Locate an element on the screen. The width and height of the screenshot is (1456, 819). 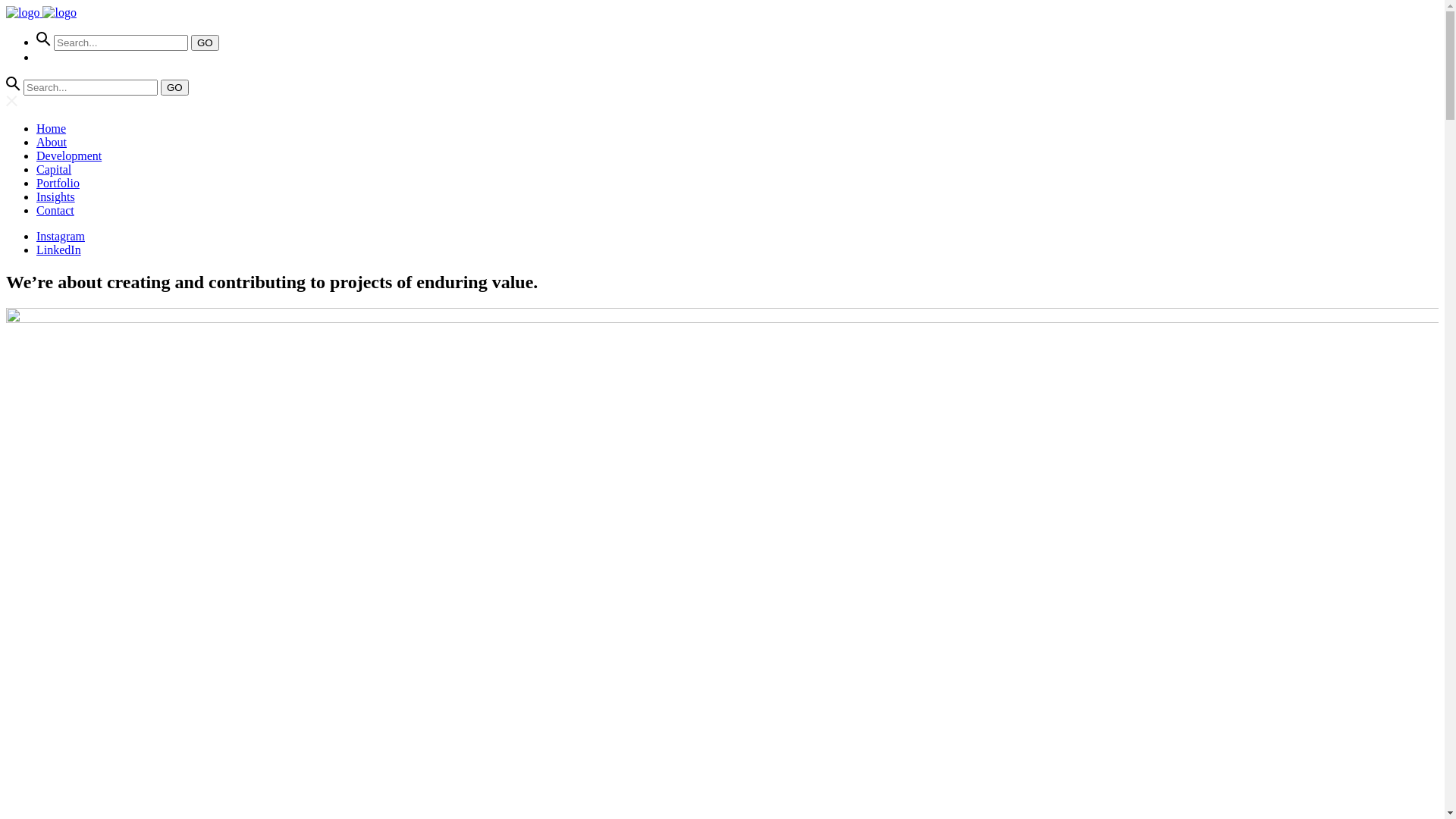
'Insights' is located at coordinates (55, 196).